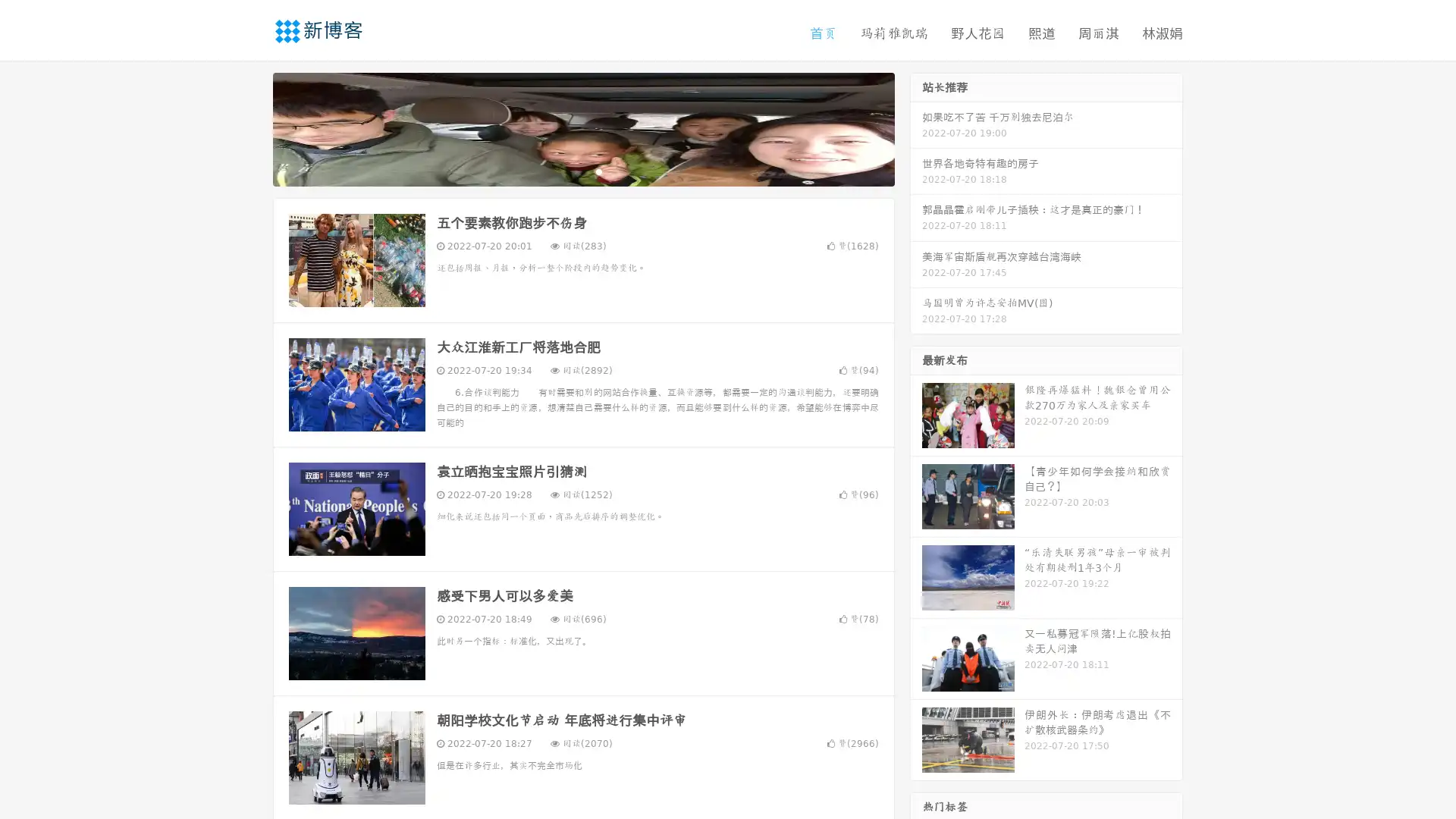 The height and width of the screenshot is (819, 1456). Describe the element at coordinates (916, 127) in the screenshot. I see `Next slide` at that location.